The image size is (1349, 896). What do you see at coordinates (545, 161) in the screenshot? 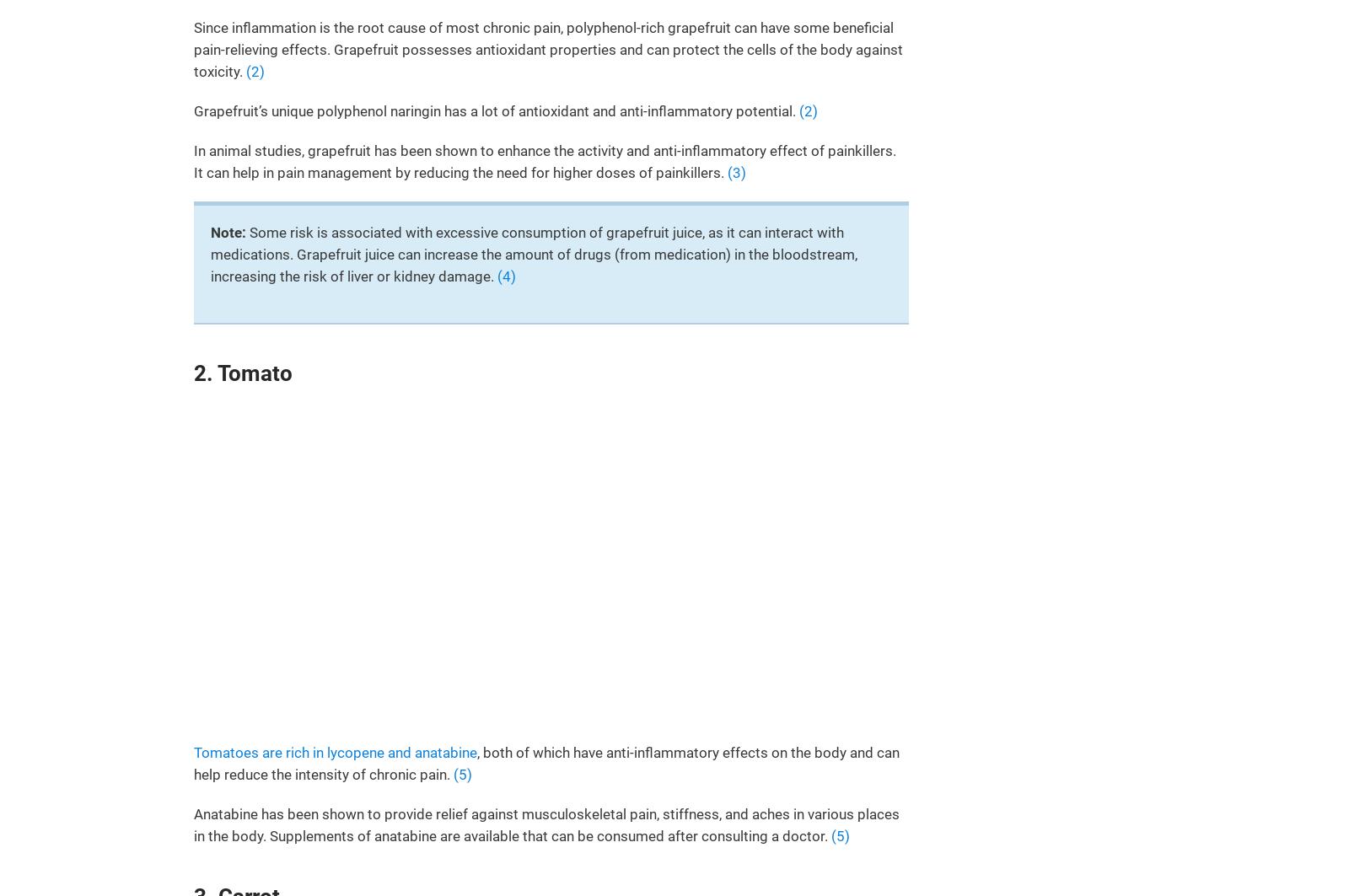
I see `'In animal studies, grapefruit has been shown to enhance the activity and anti-inflammatory effect of painkillers. It can help in pain management by reducing the need for higher doses of painkillers.'` at bounding box center [545, 161].